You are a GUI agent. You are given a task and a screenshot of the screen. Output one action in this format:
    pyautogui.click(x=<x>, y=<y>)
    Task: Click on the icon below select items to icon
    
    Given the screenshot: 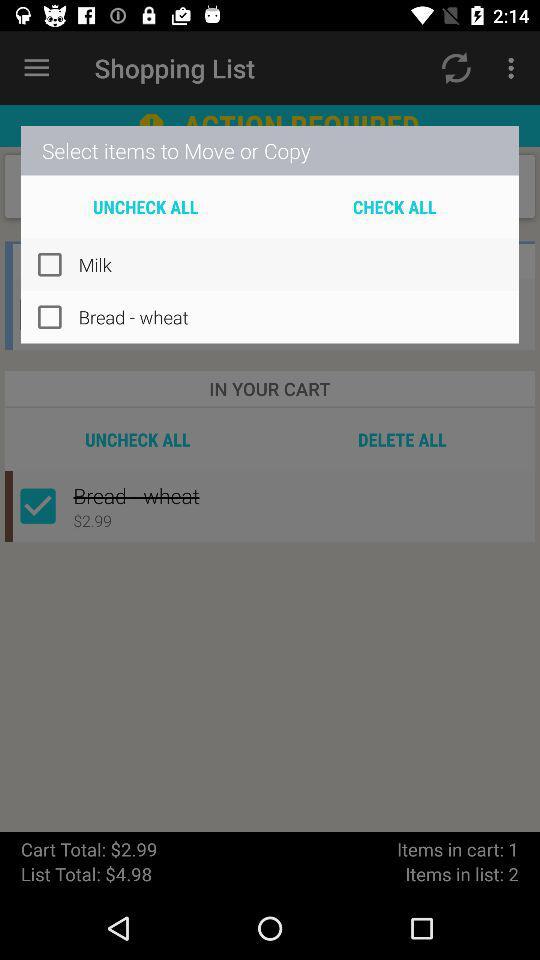 What is the action you would take?
    pyautogui.click(x=394, y=206)
    